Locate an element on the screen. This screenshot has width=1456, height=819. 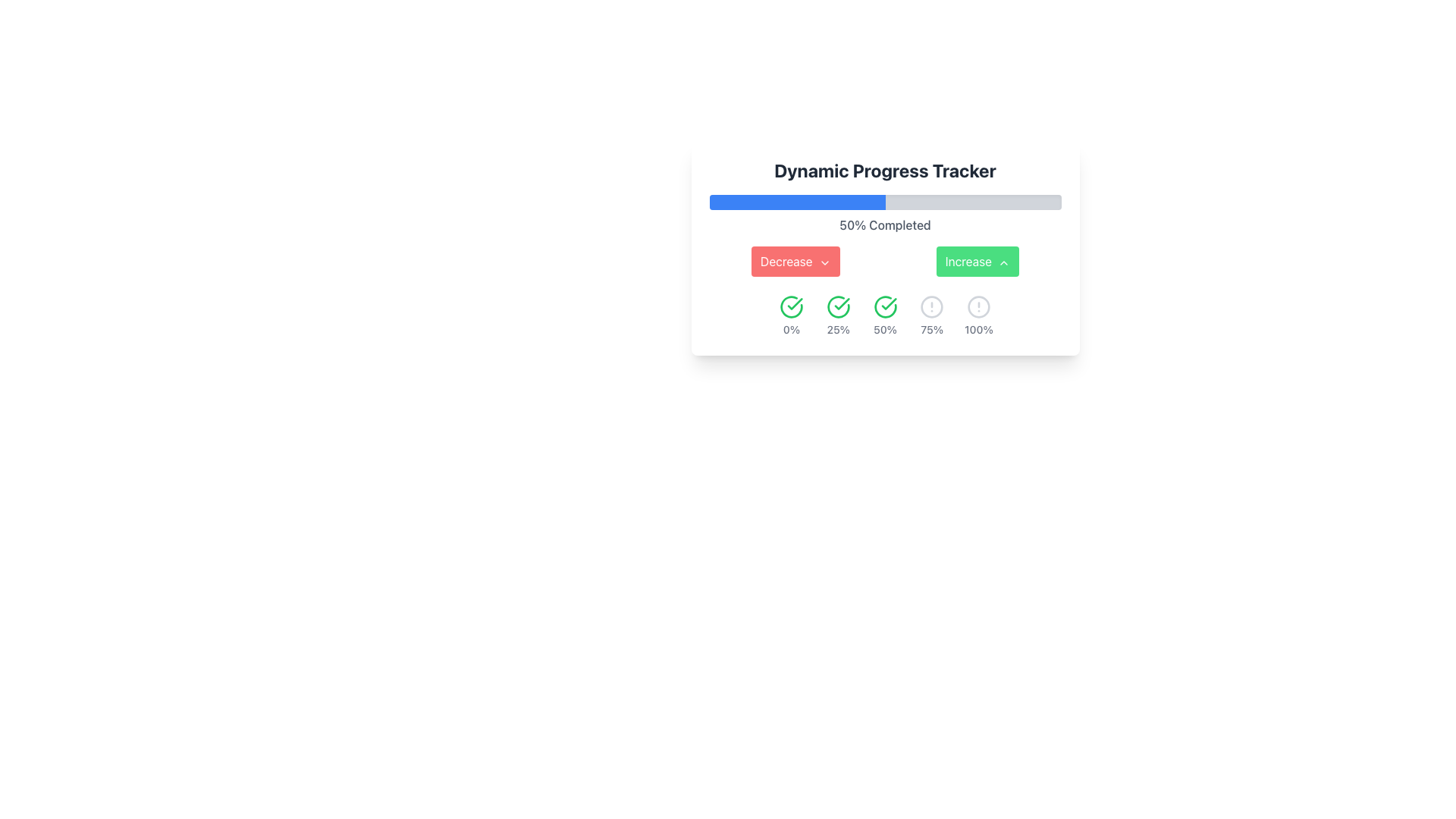
the green 'Increase' button containing the upward arrow chevron icon is located at coordinates (1004, 262).